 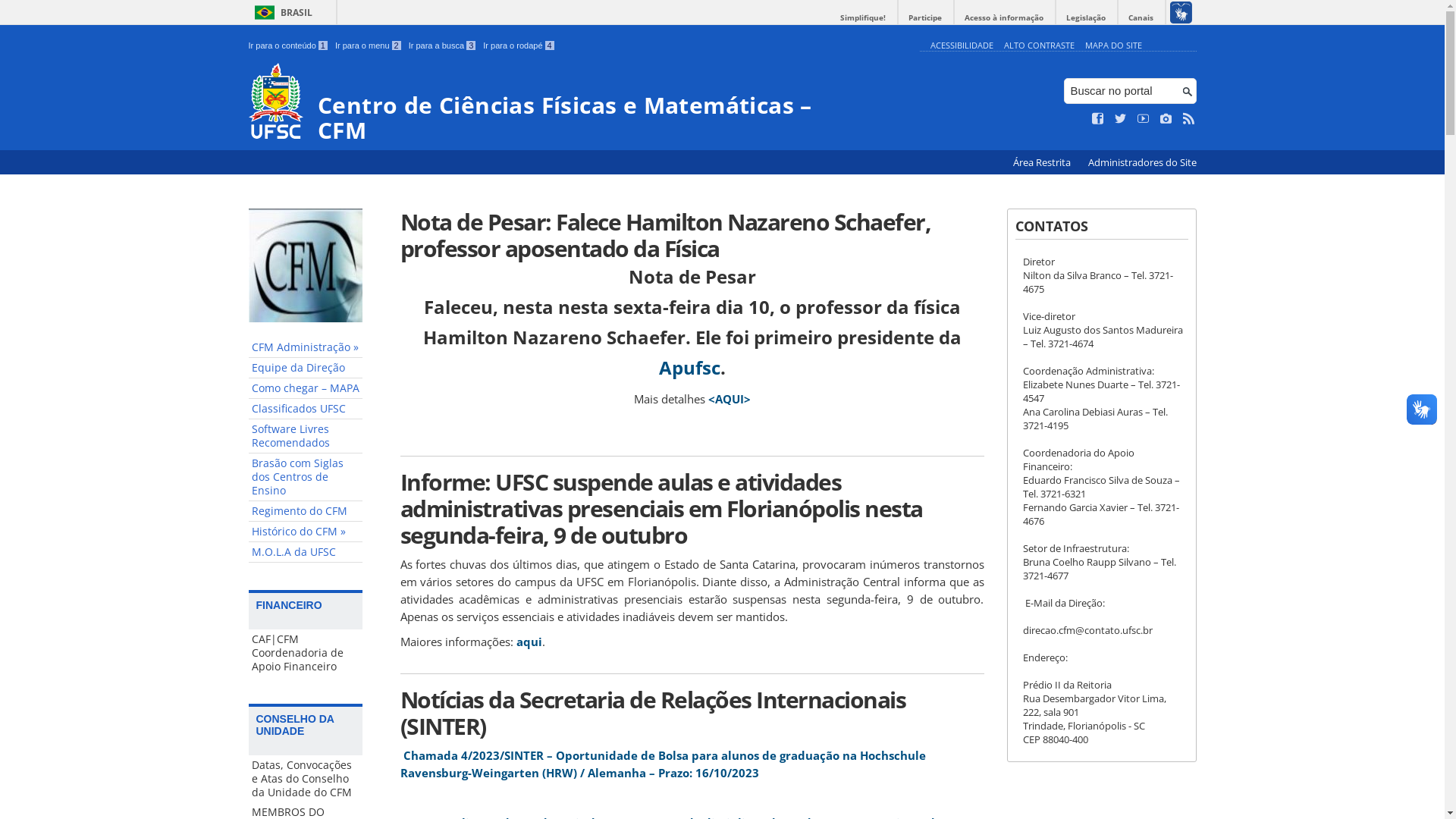 What do you see at coordinates (924, 17) in the screenshot?
I see `'Participe'` at bounding box center [924, 17].